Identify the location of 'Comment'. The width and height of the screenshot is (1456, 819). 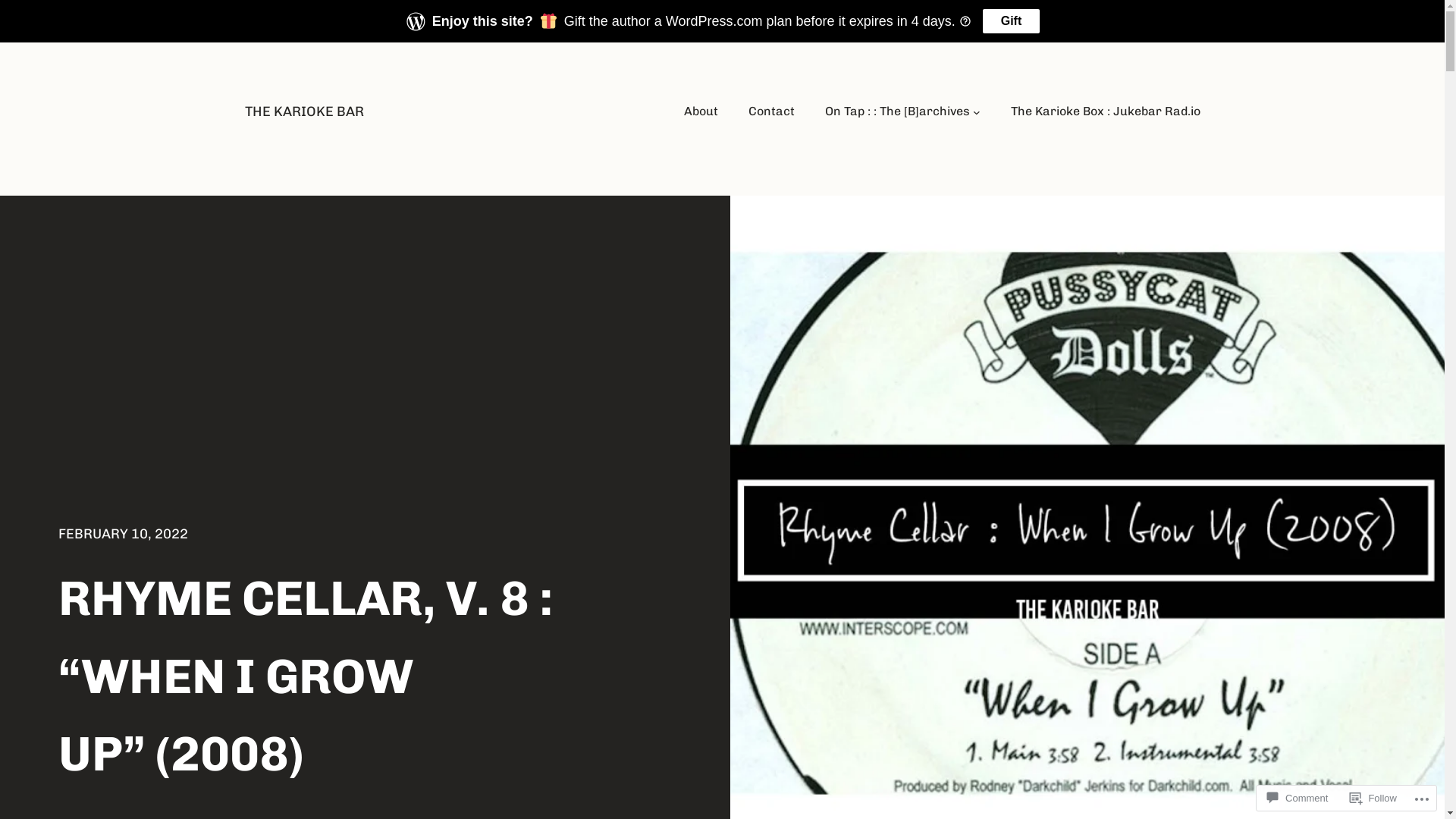
(1296, 797).